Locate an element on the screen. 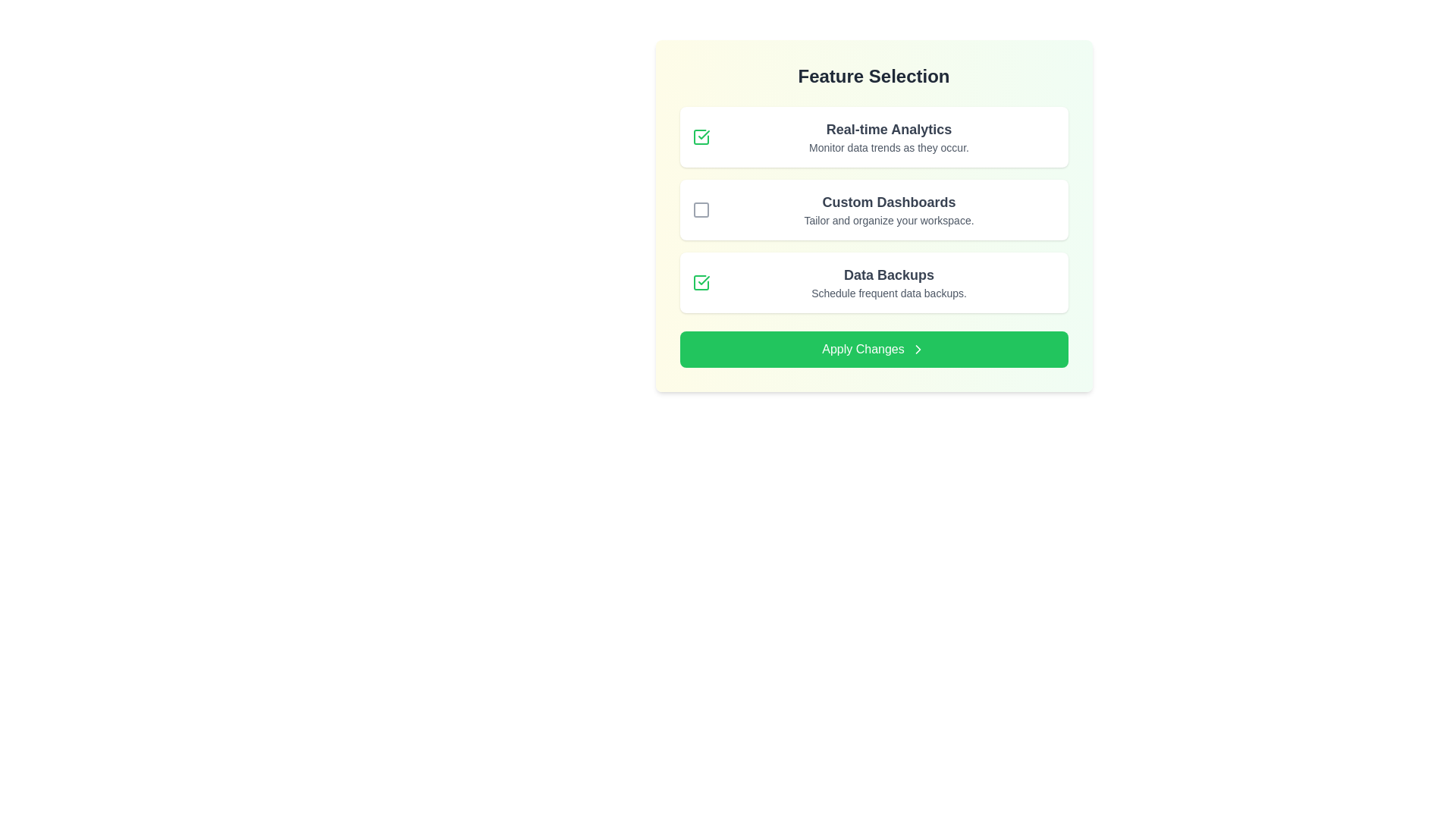  the selectable card for 'Real-time Analytics' in the feature selection form is located at coordinates (874, 137).